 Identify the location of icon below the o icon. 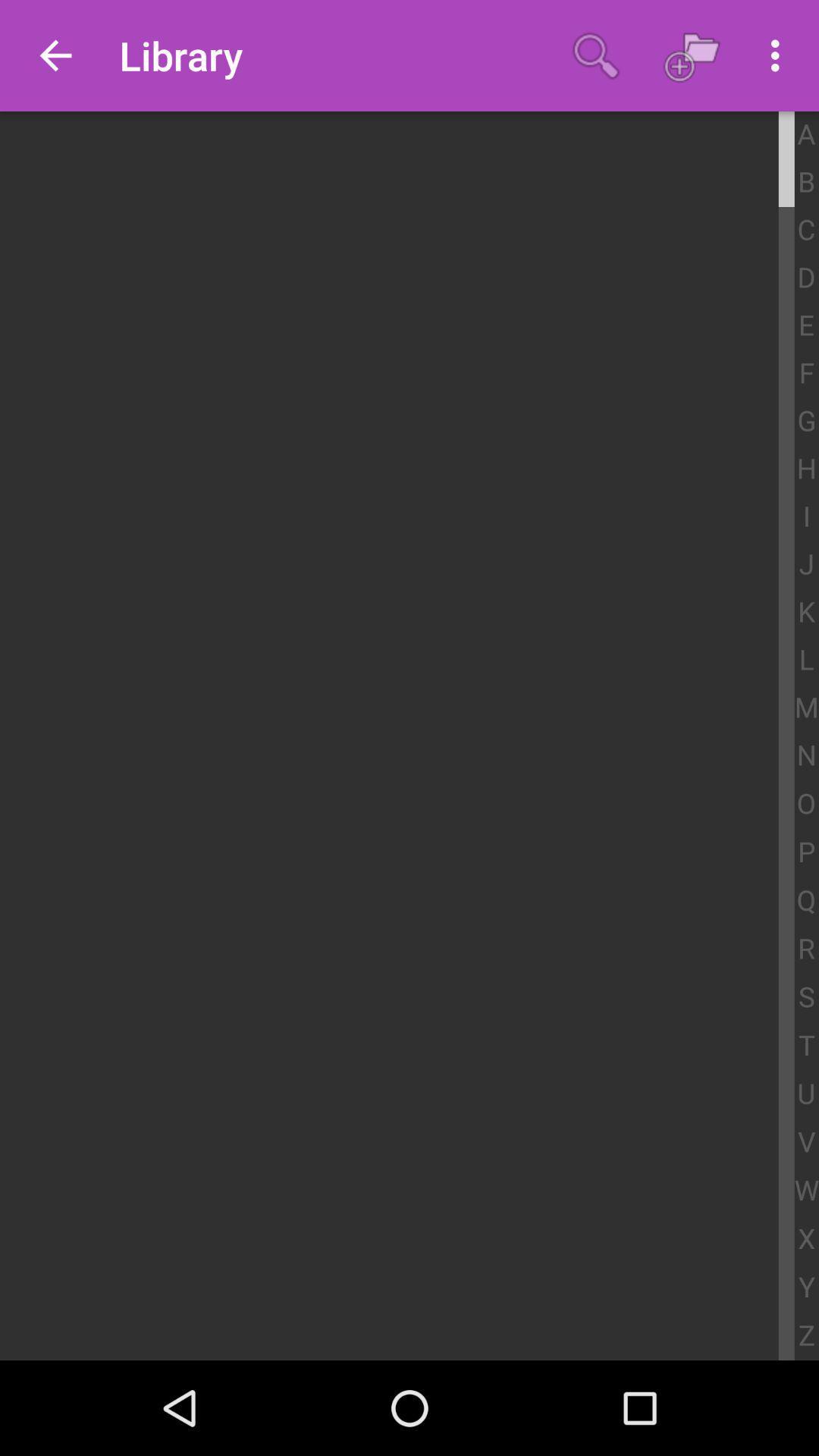
(805, 852).